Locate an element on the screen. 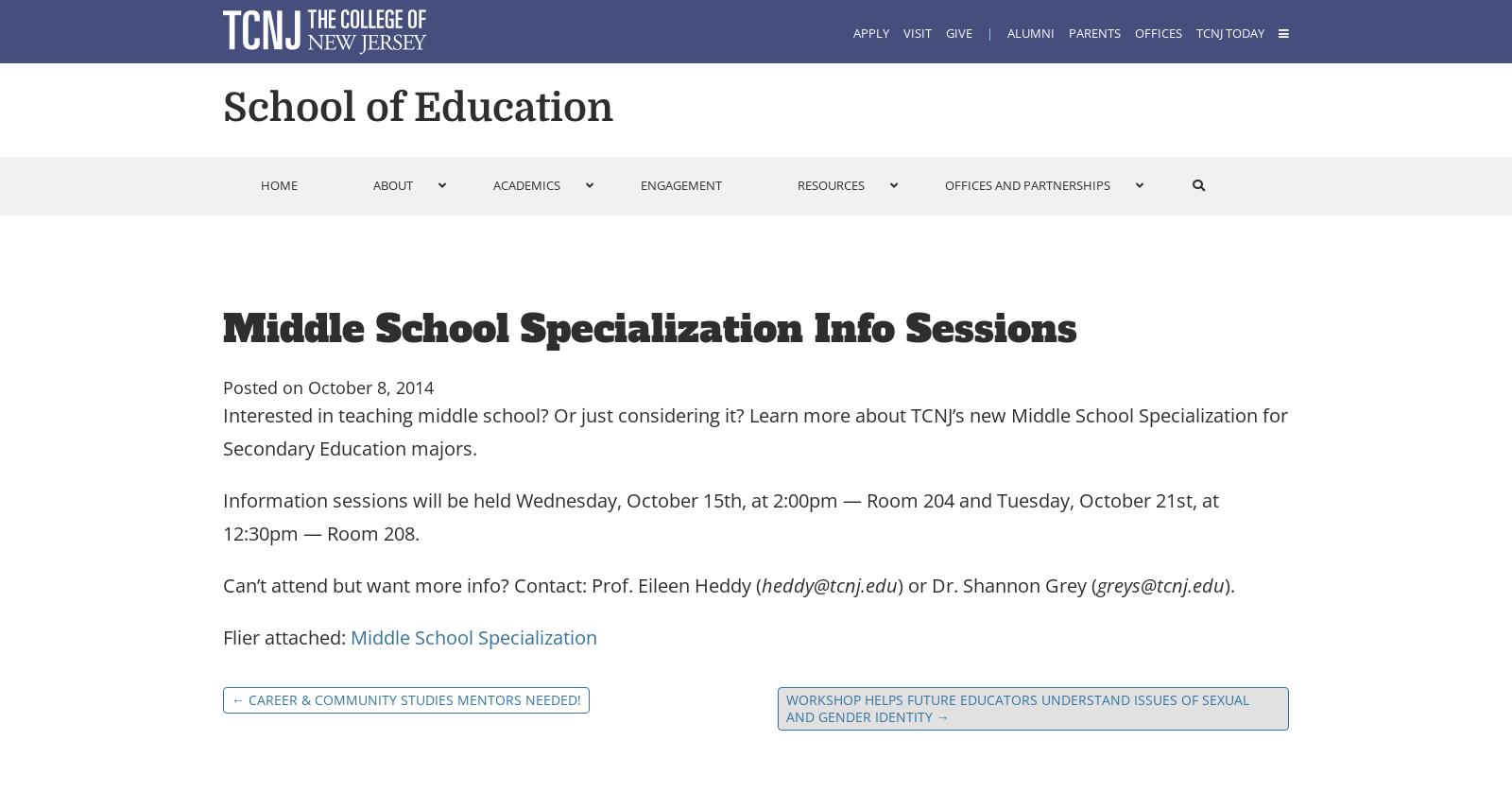  'heddy@tcnj.edu' is located at coordinates (829, 584).